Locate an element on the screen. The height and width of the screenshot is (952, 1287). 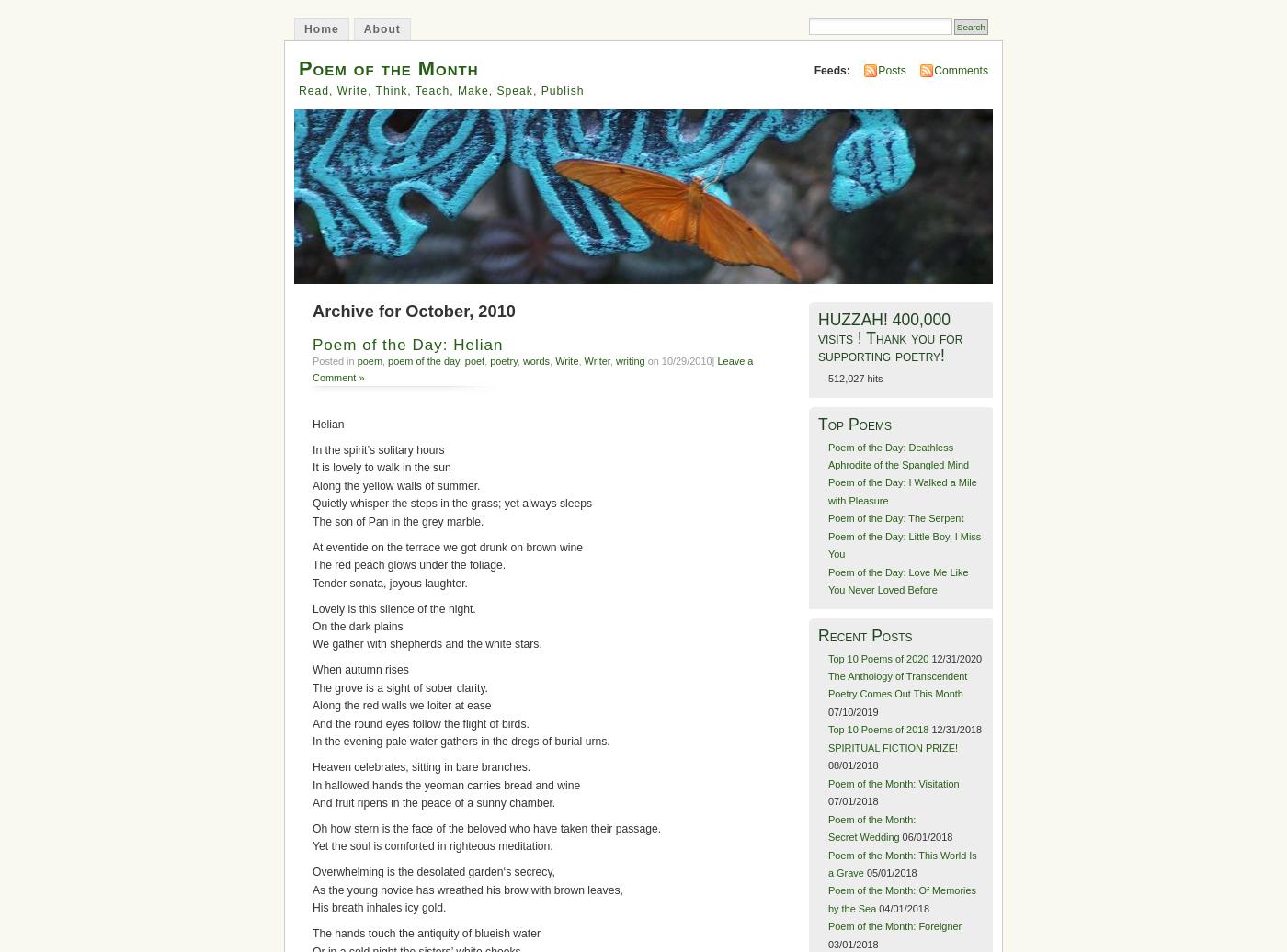
'12/31/2020' is located at coordinates (956, 657).